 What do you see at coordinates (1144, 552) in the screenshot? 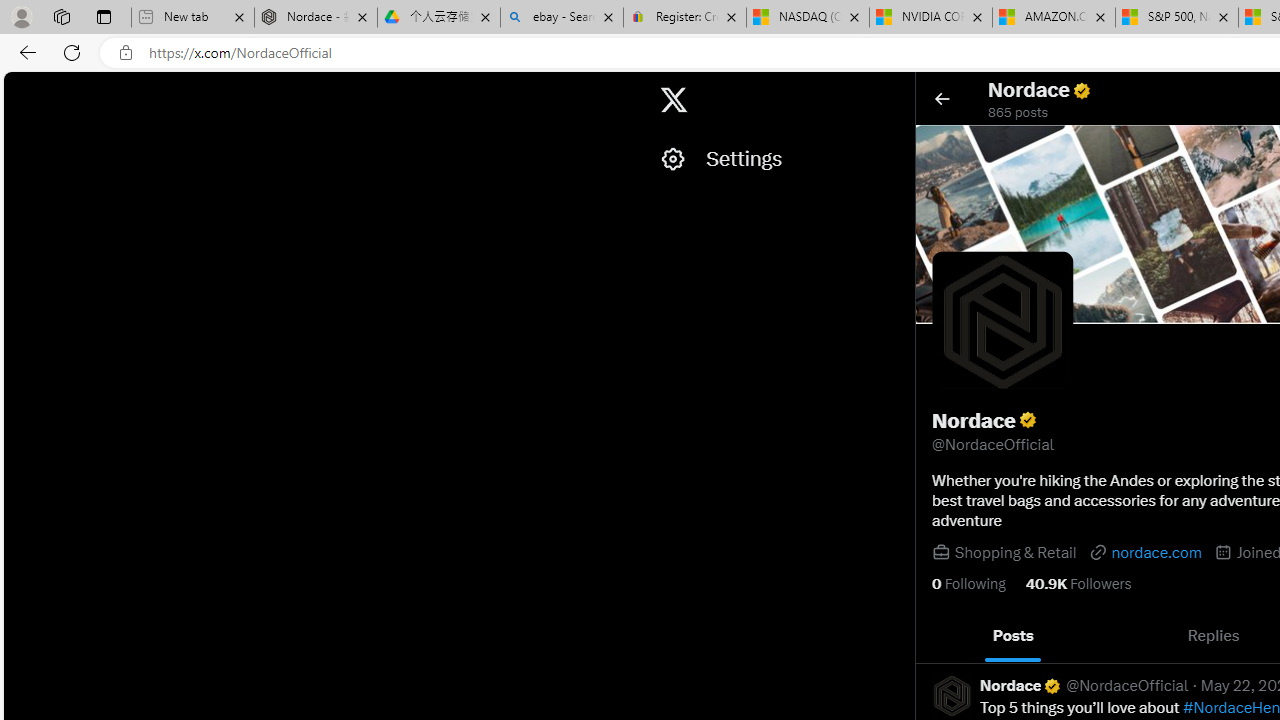
I see `'nordace.com'` at bounding box center [1144, 552].